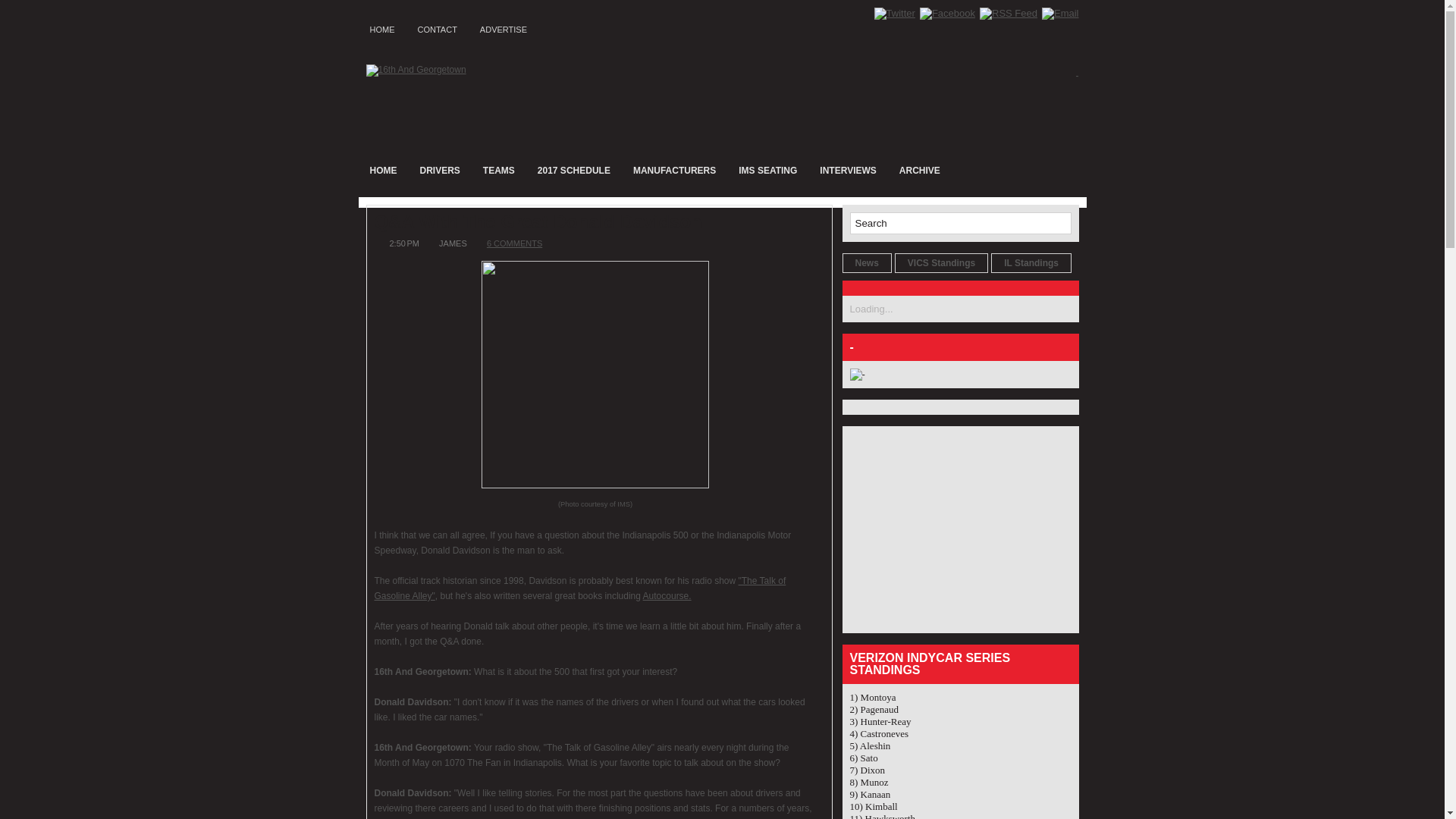 The height and width of the screenshot is (819, 1456). What do you see at coordinates (503, 27) in the screenshot?
I see `'ADVERTISE'` at bounding box center [503, 27].